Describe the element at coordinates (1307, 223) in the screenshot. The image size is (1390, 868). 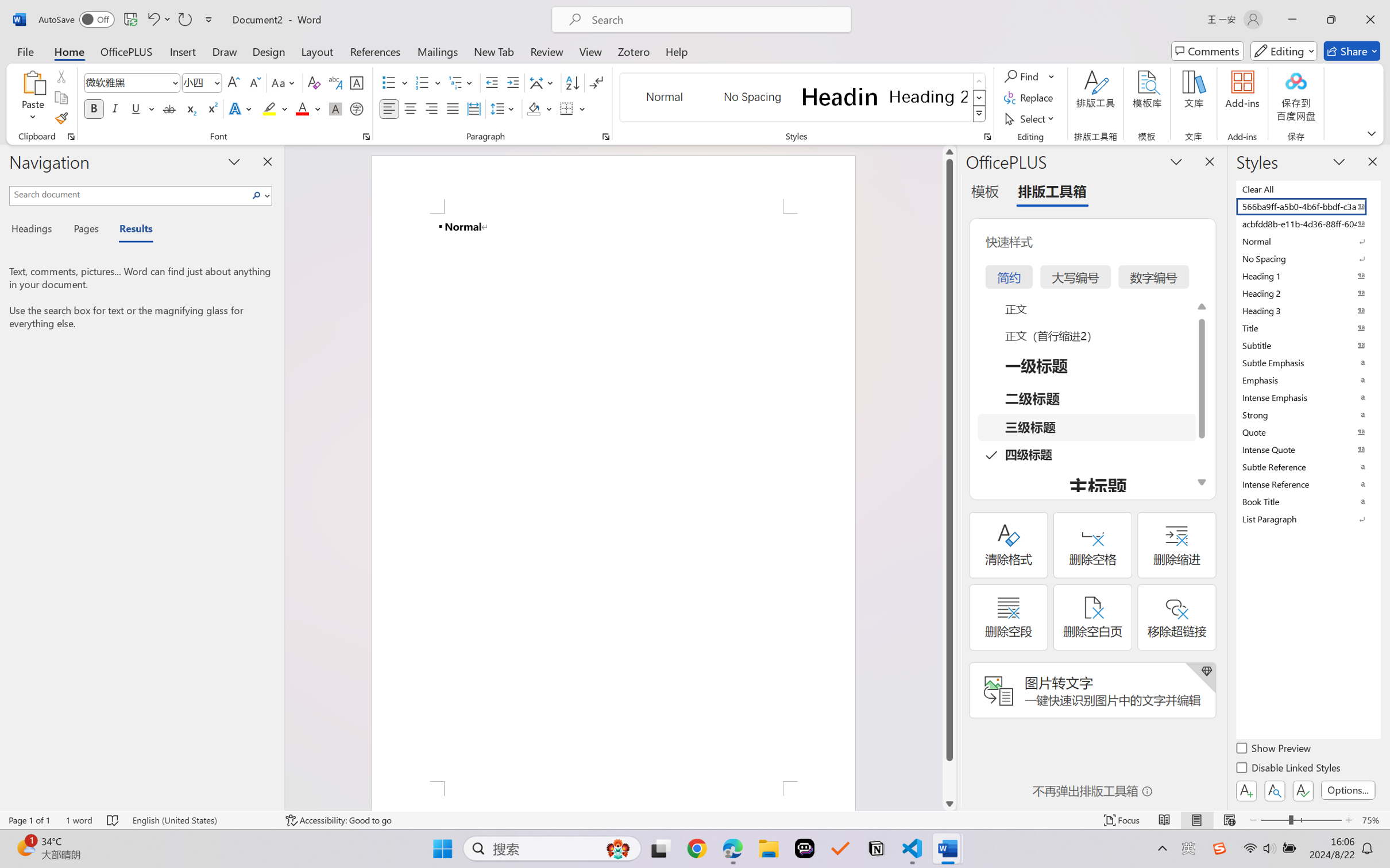
I see `'acbfdd8b-e11b-4d36-88ff-6049b138f862'` at that location.